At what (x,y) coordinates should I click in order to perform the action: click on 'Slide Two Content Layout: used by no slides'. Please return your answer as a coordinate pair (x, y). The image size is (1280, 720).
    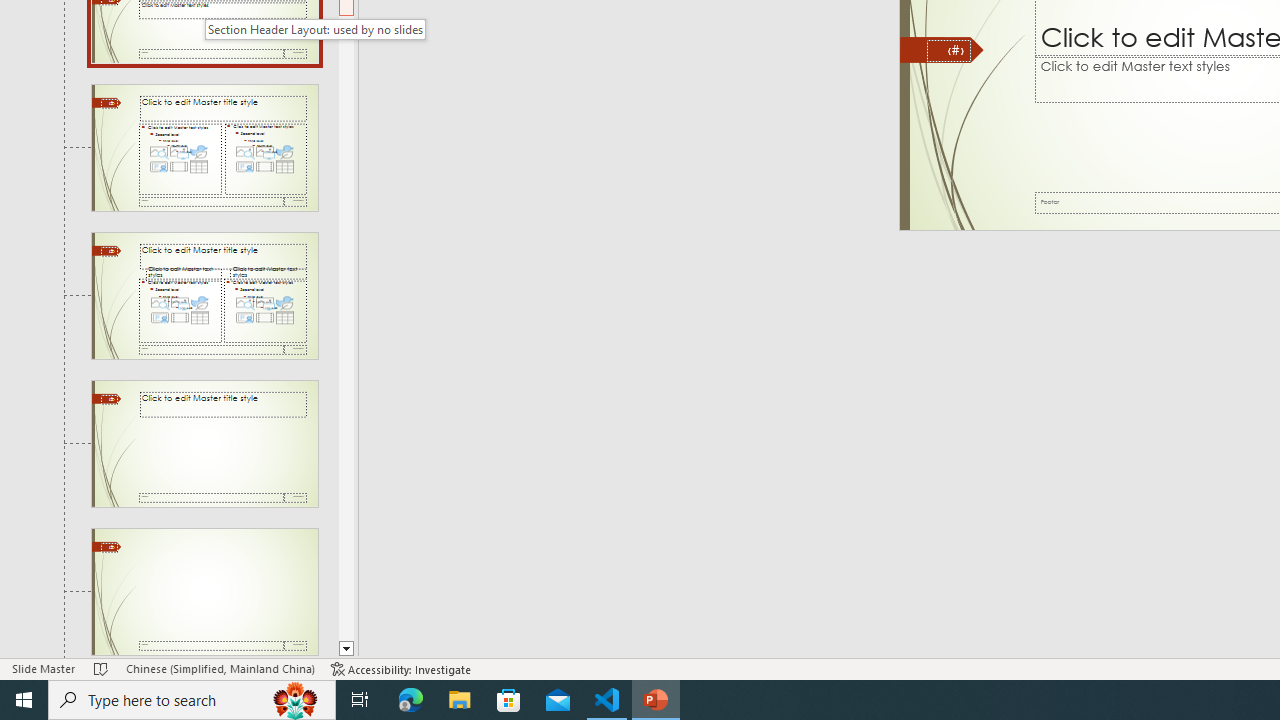
    Looking at the image, I should click on (204, 146).